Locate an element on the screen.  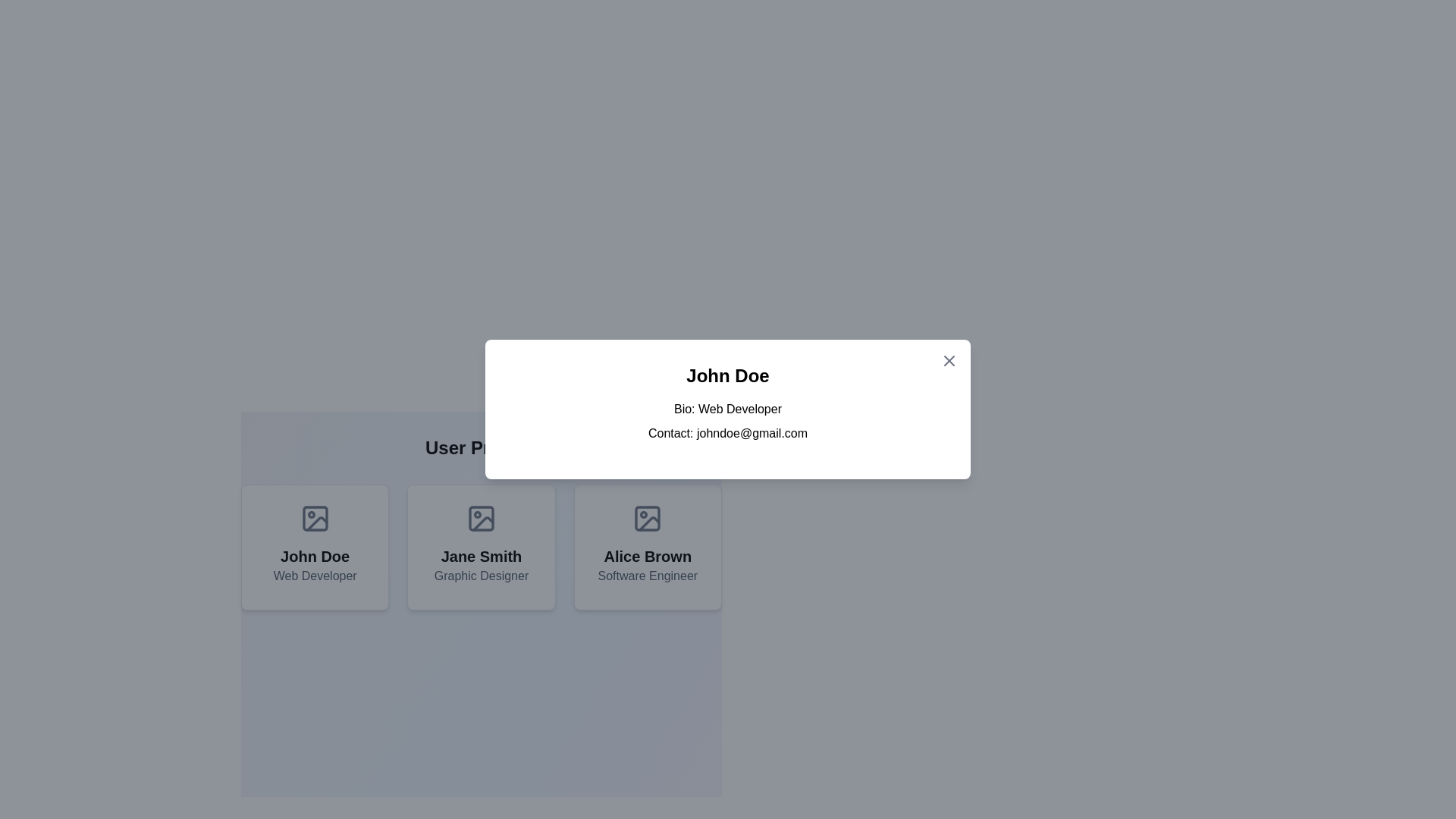
the text label displaying 'Alice Brown', which is prominently styled and located in the third user profile card, positioned beneath the icon area and above the job title 'Software Engineer' is located at coordinates (648, 556).